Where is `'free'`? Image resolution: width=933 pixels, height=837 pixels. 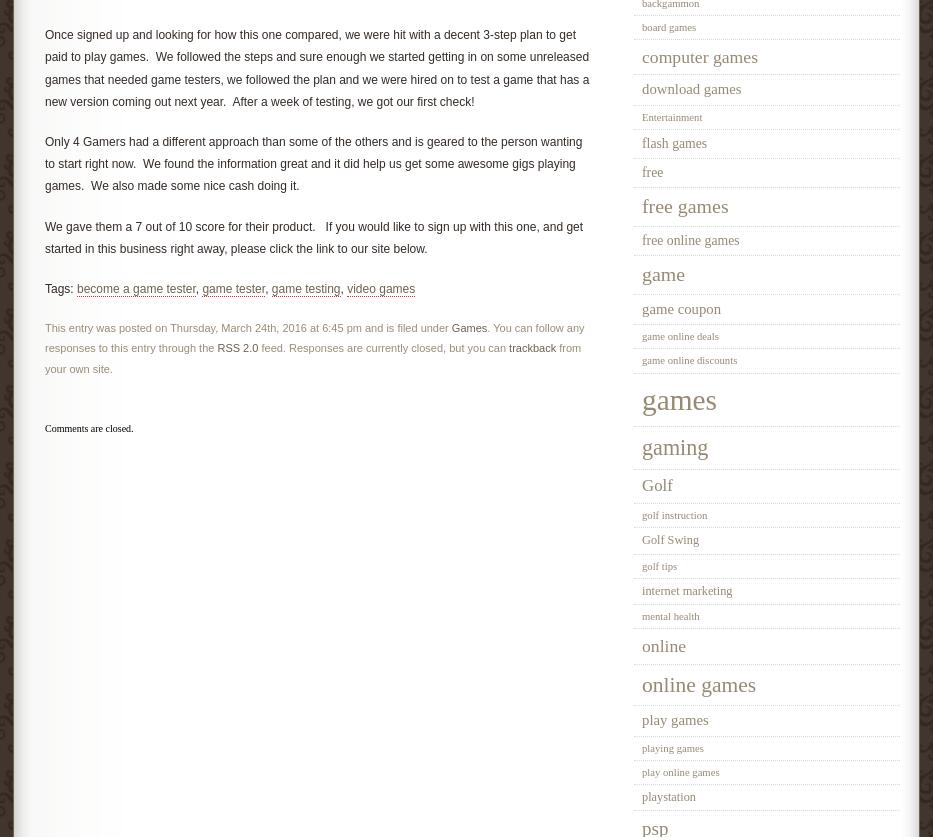
'free' is located at coordinates (651, 171).